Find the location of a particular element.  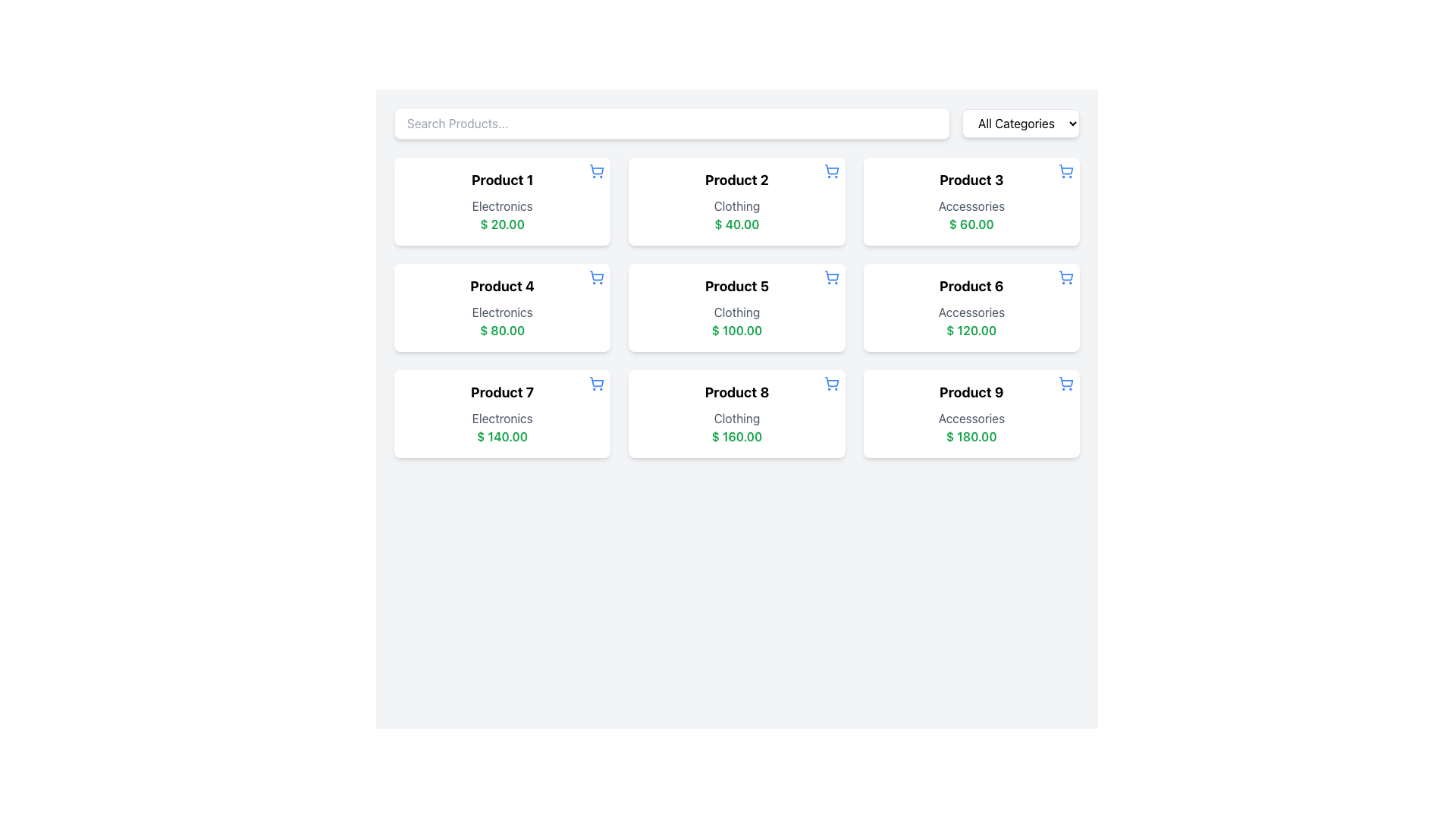

text content of the 'Clothing' label, which is styled in gray and positioned beneath the 'Product 8' label in a product card is located at coordinates (736, 418).